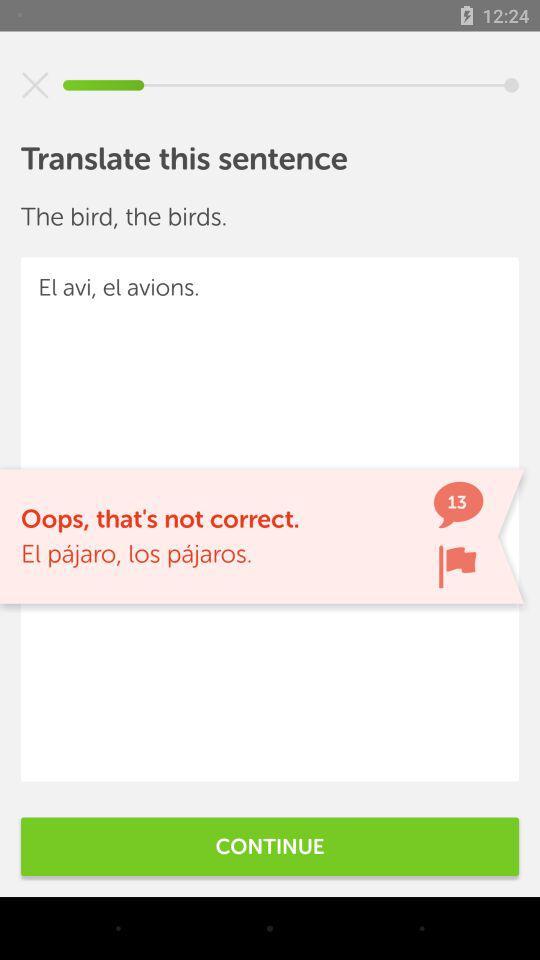 Image resolution: width=540 pixels, height=960 pixels. Describe the element at coordinates (35, 85) in the screenshot. I see `tab` at that location.